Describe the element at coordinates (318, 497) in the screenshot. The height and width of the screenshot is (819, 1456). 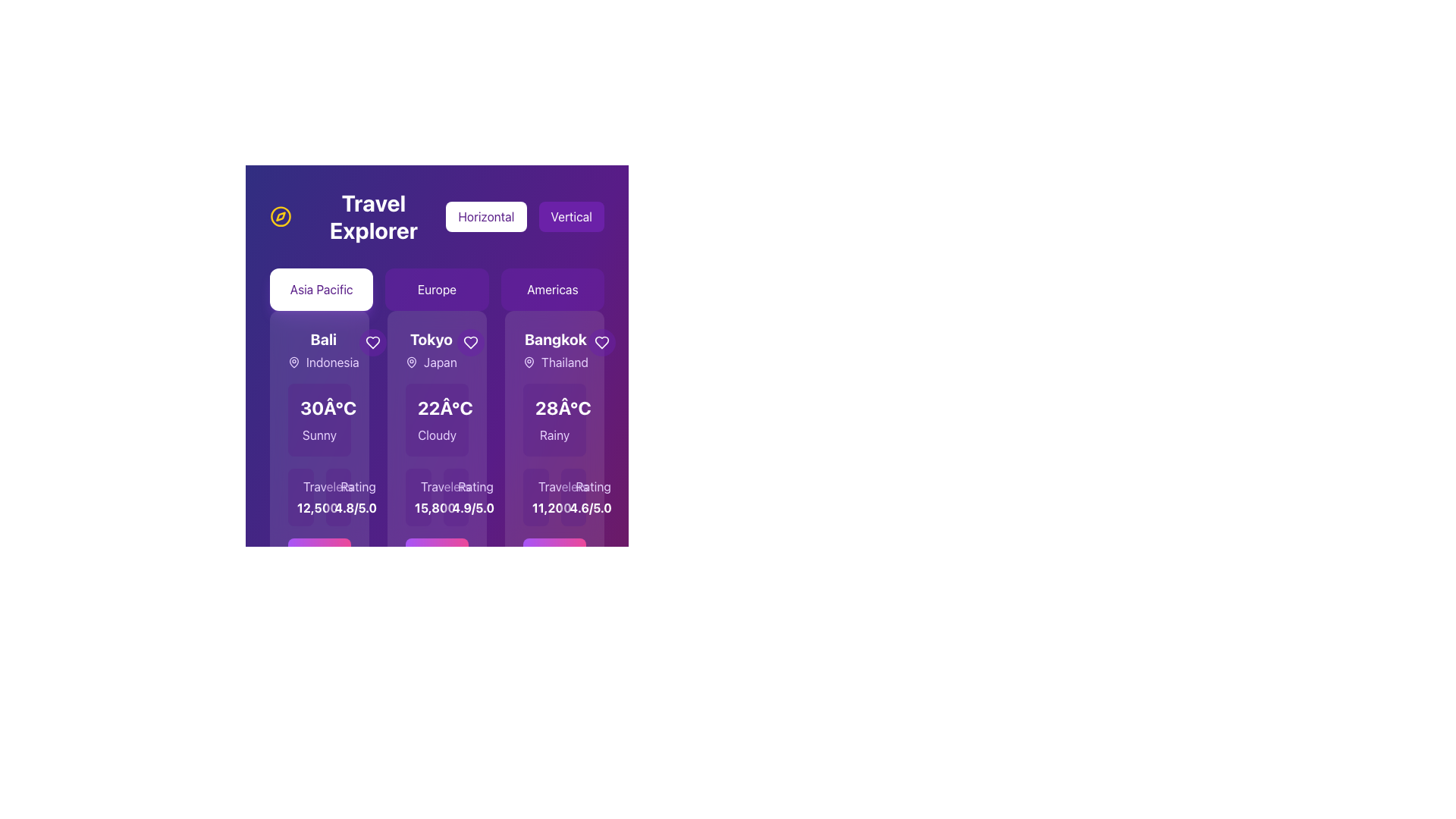
I see `the informational label displaying the number of travelers for 'Bali, Indonesia', located in the bottom left quadrant of the card, directly below the temperature and weather section` at that location.